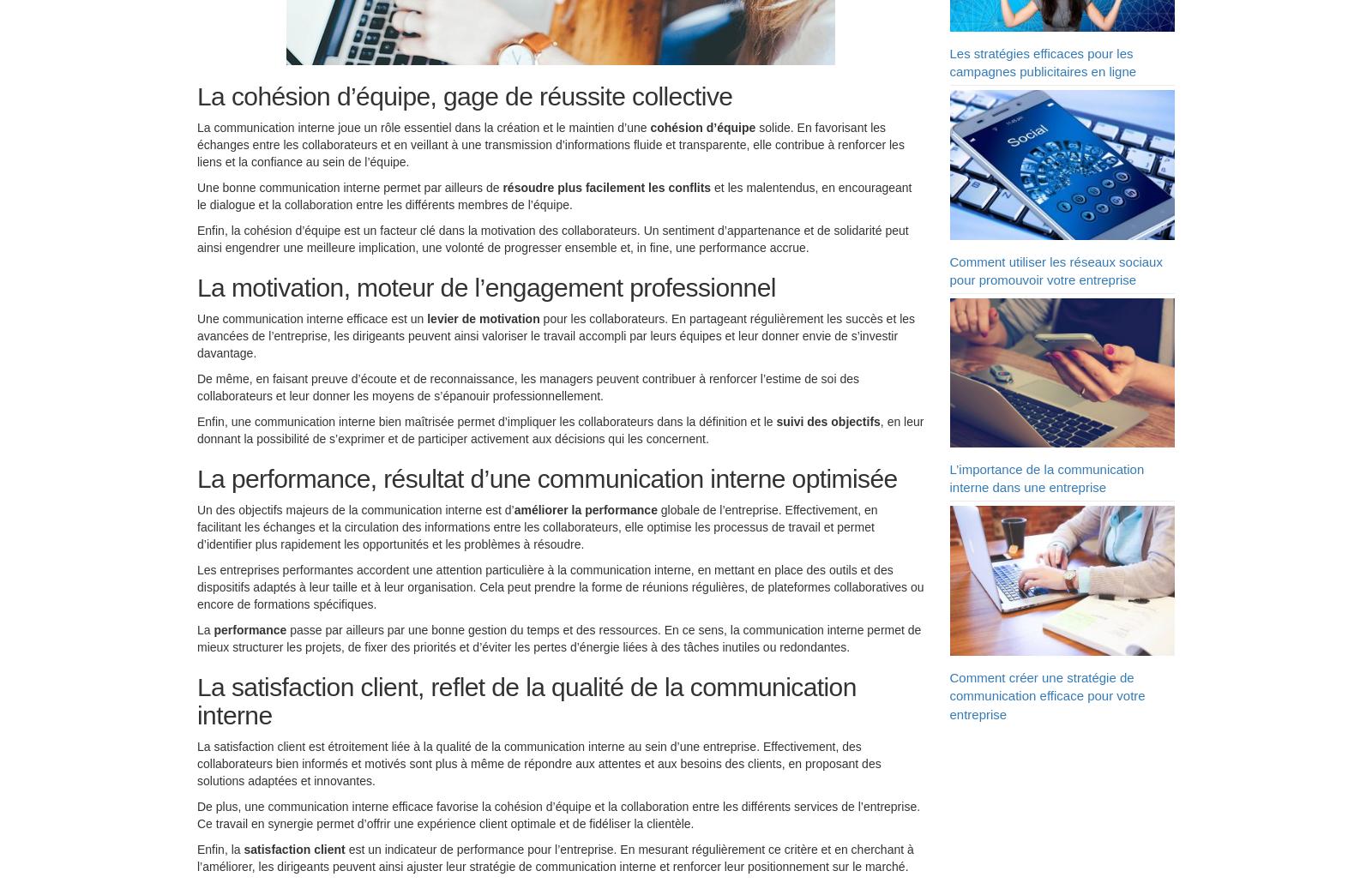 The image size is (1372, 883). I want to click on 'améliorer la performance', so click(585, 514).